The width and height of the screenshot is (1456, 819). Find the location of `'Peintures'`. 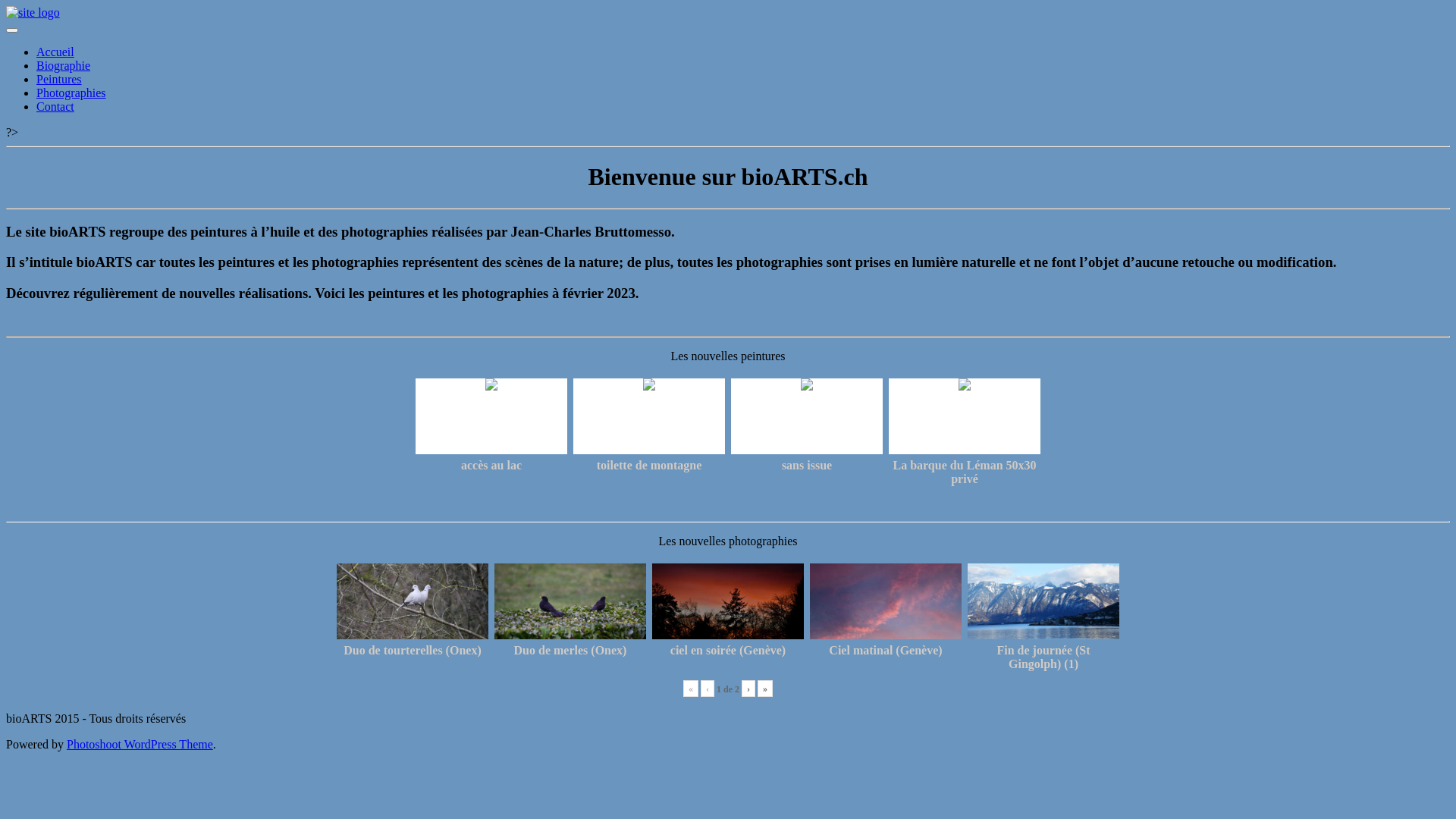

'Peintures' is located at coordinates (58, 79).